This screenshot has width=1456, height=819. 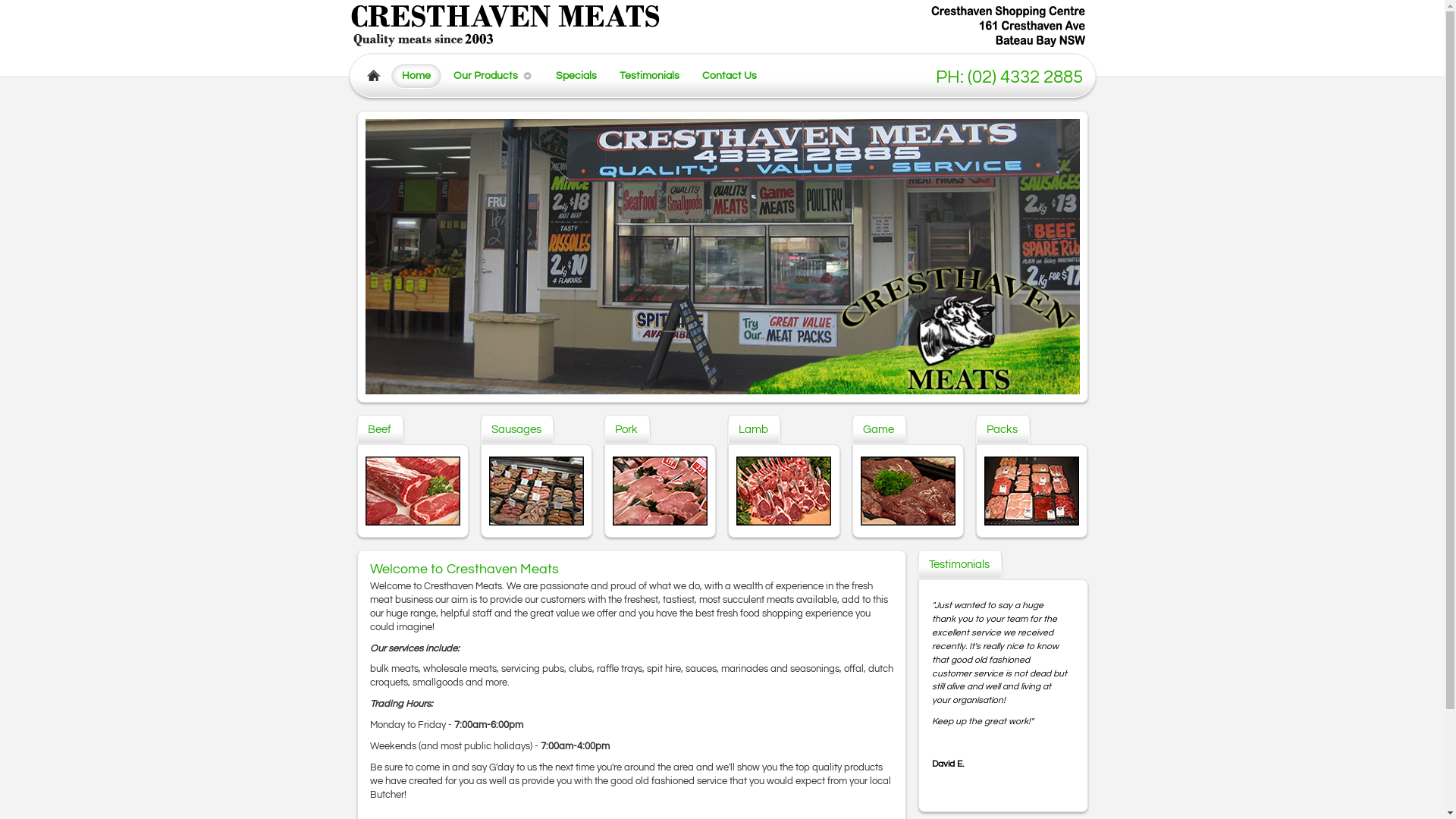 I want to click on 'Home', so click(x=416, y=75).